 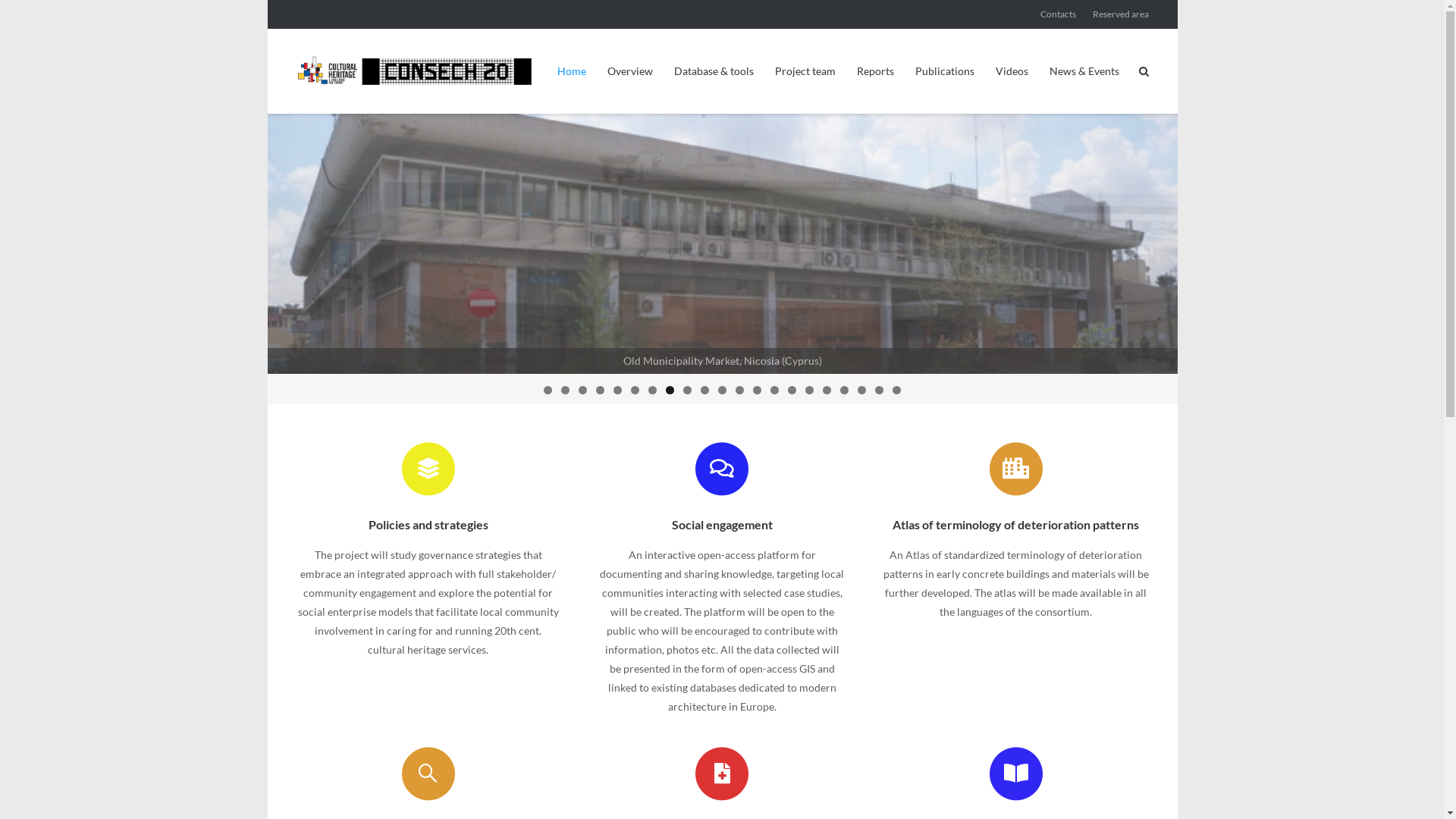 I want to click on 'Project team', so click(x=804, y=71).